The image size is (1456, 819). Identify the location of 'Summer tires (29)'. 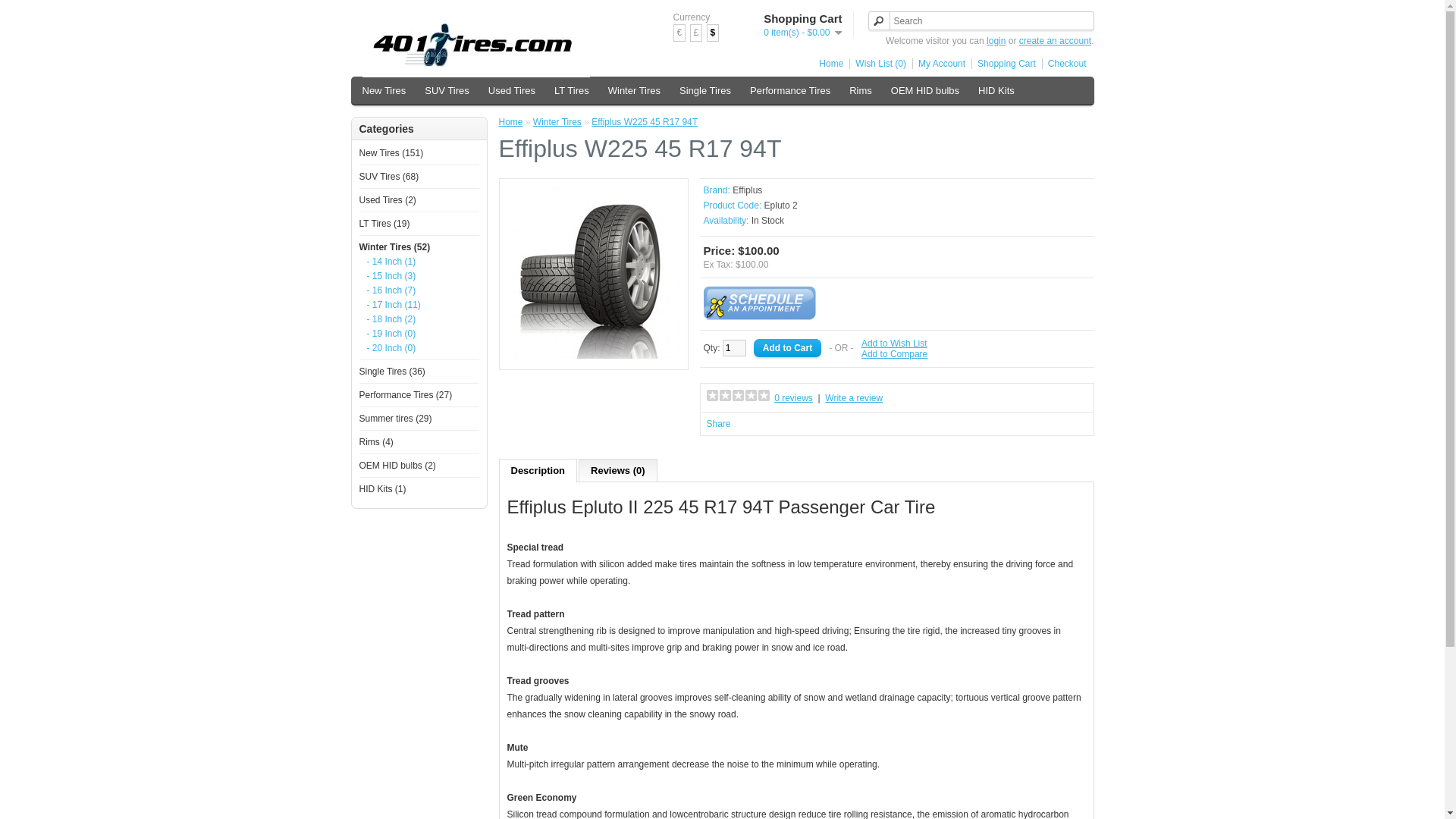
(396, 418).